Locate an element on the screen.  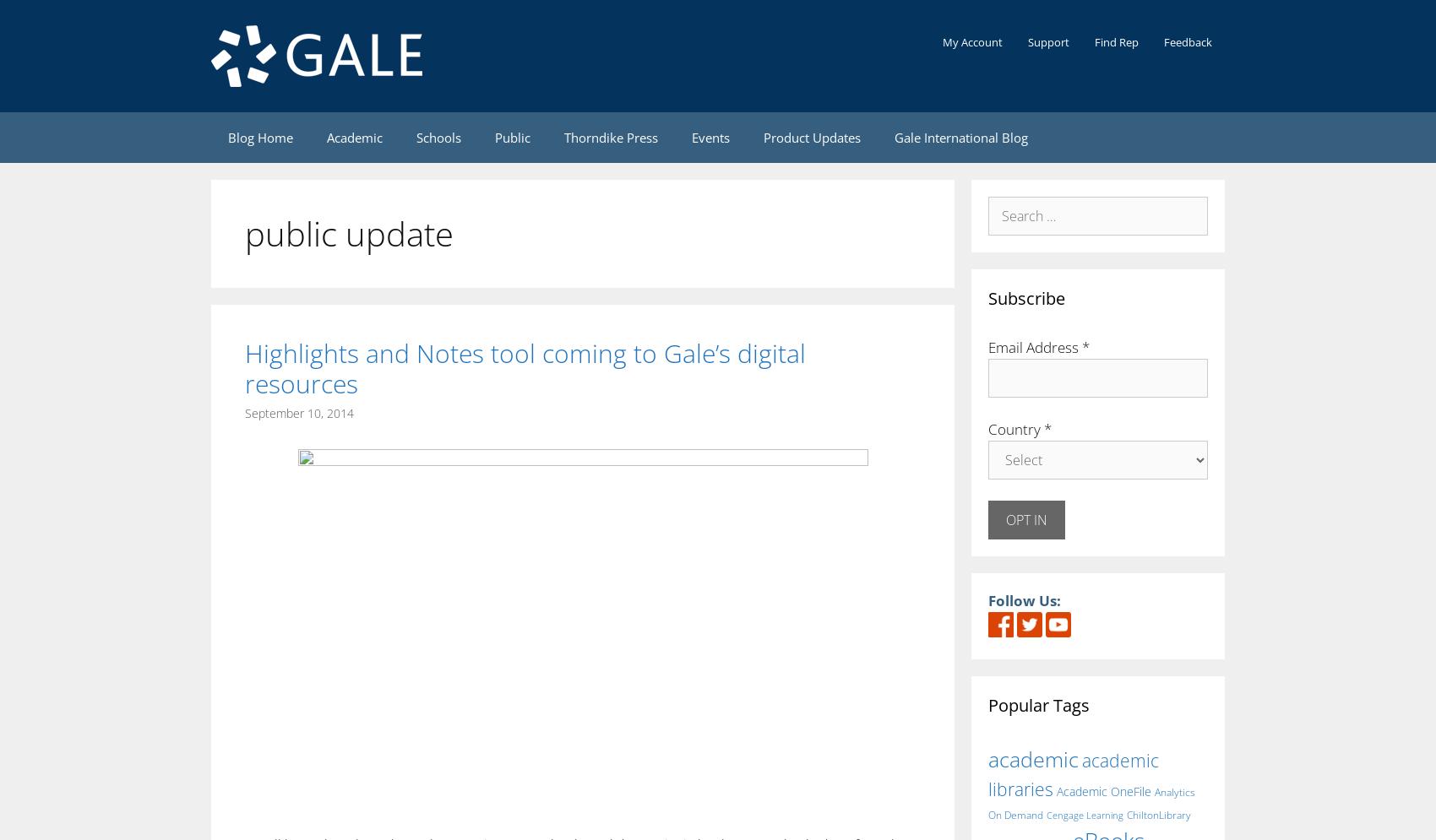
'academic' is located at coordinates (1032, 757).